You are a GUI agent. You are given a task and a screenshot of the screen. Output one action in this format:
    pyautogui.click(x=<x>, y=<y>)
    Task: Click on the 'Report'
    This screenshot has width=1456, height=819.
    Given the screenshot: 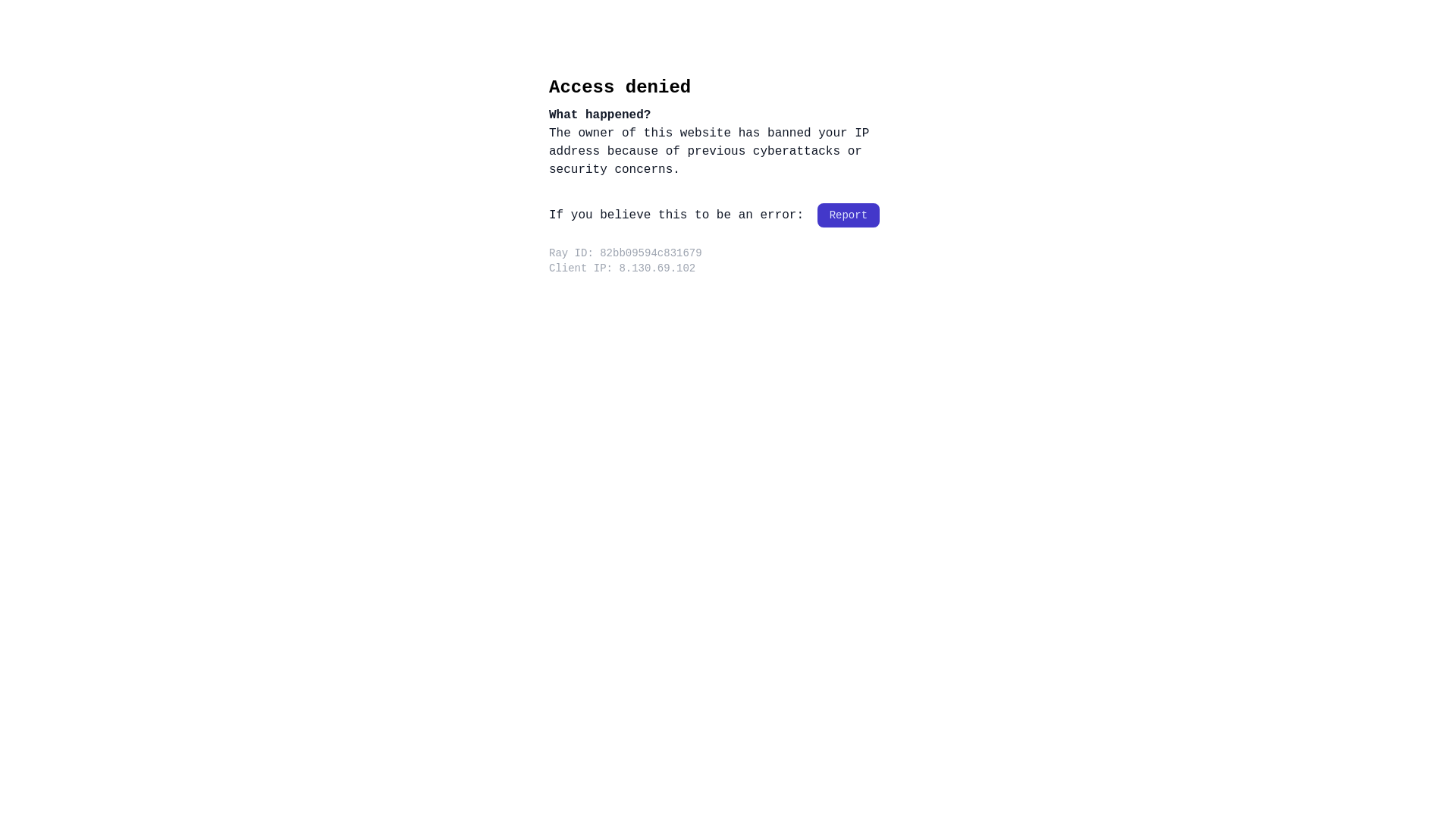 What is the action you would take?
    pyautogui.click(x=847, y=215)
    